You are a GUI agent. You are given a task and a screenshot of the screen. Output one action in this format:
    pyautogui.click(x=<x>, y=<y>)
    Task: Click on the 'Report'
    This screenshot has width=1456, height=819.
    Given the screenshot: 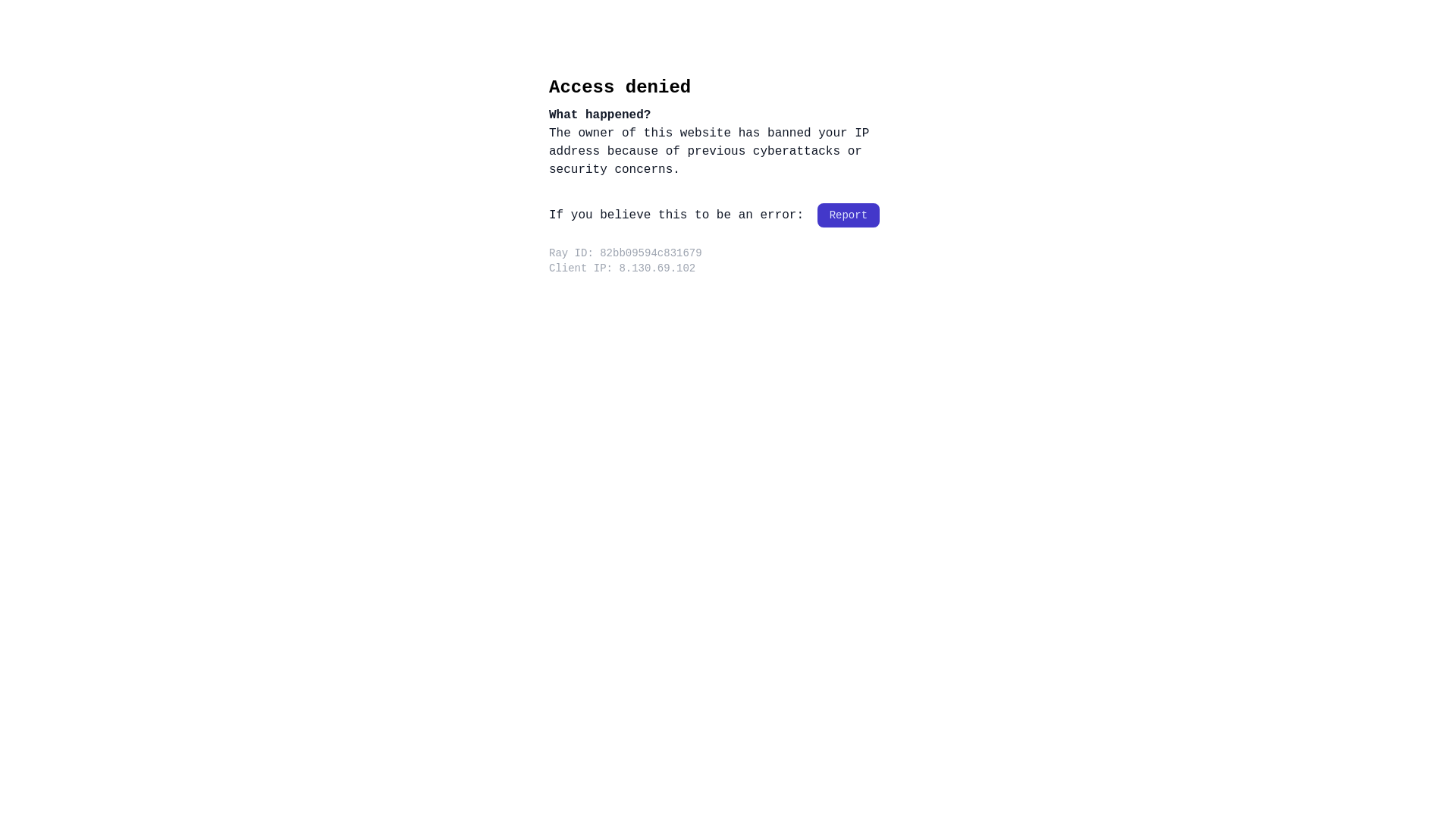 What is the action you would take?
    pyautogui.click(x=847, y=215)
    